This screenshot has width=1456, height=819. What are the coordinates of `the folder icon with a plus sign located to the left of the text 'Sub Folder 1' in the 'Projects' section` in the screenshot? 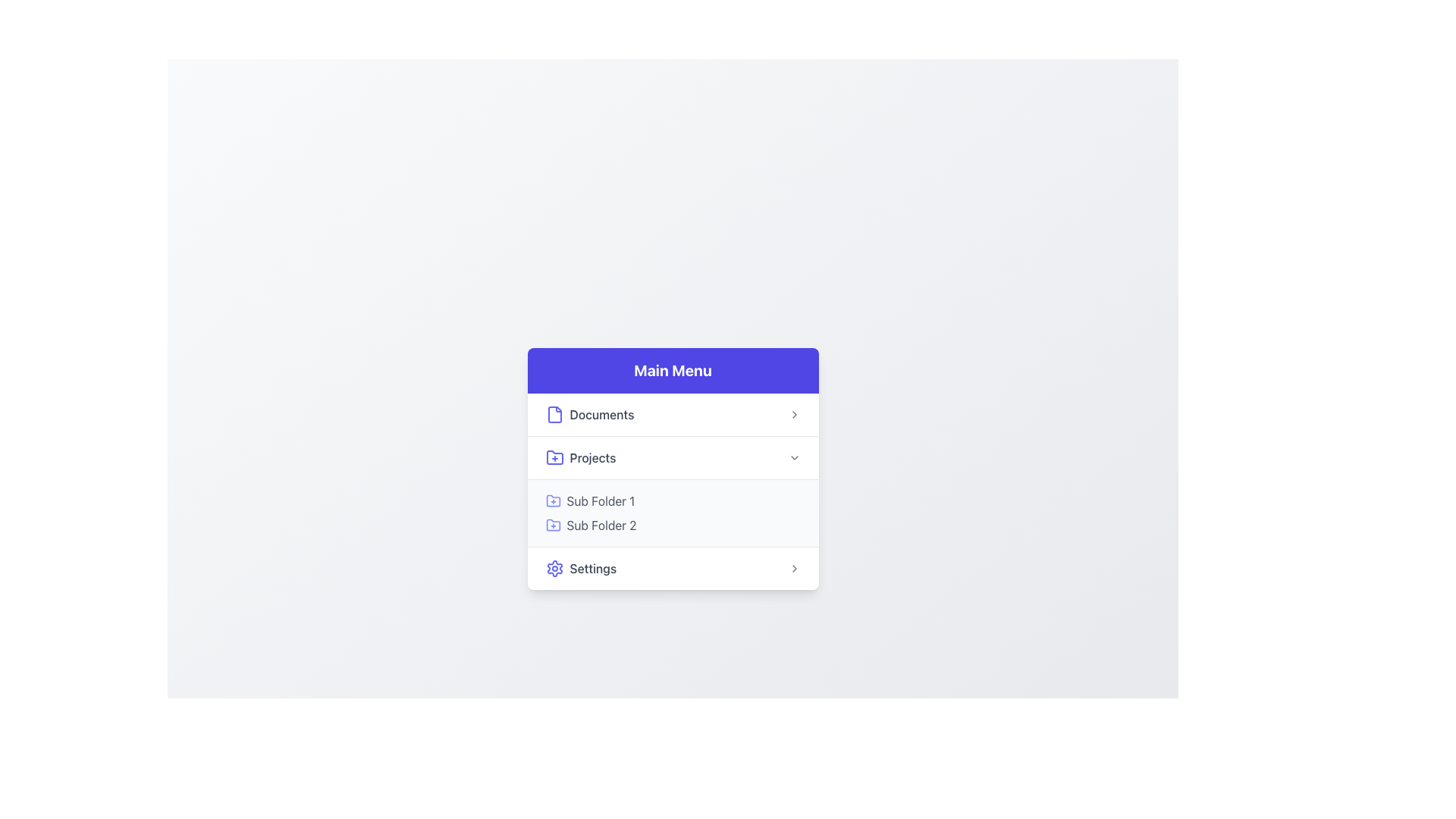 It's located at (552, 500).